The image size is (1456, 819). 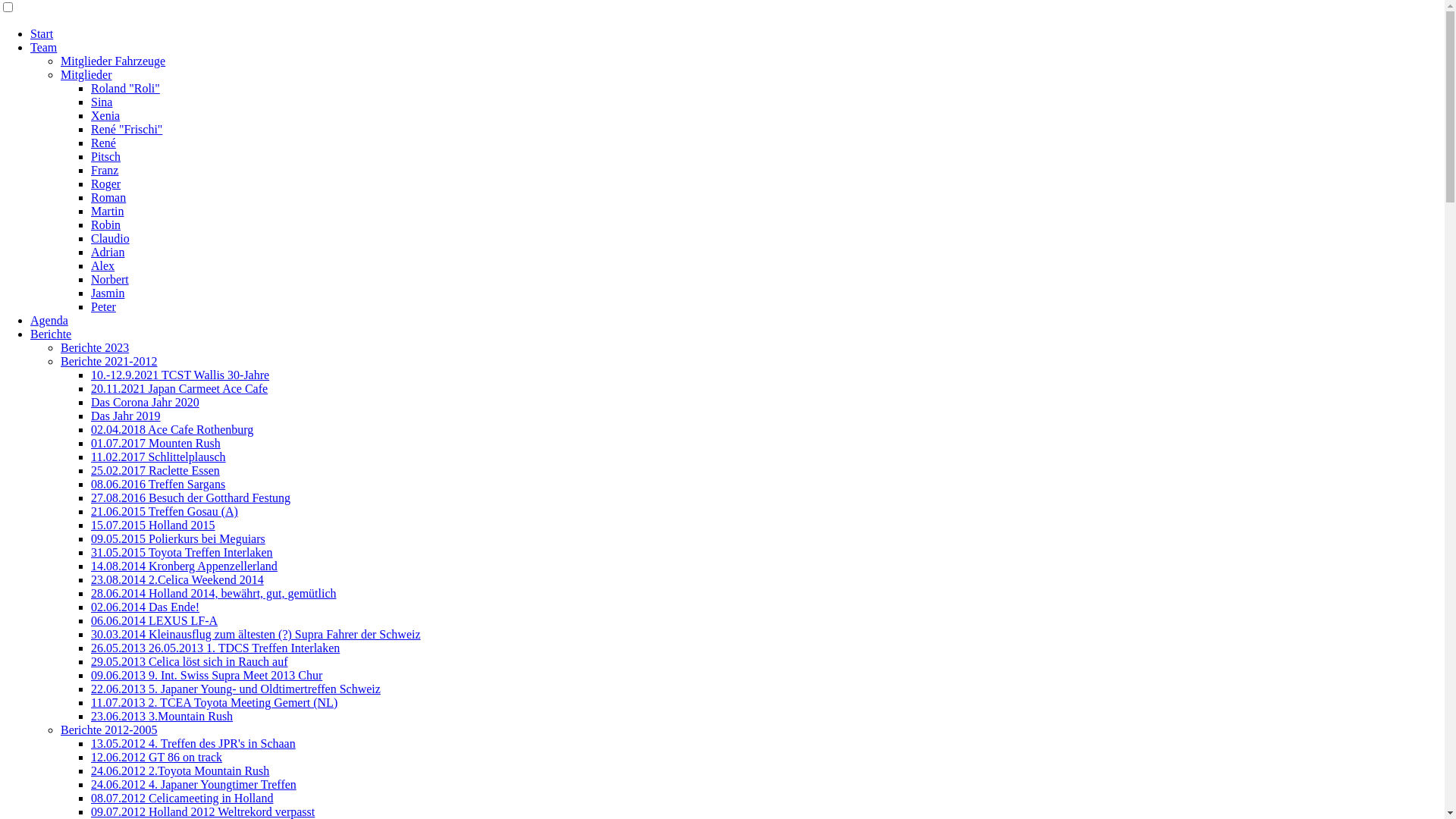 I want to click on '24.06.2012 4. Japaner Youngtimer Treffen', so click(x=193, y=784).